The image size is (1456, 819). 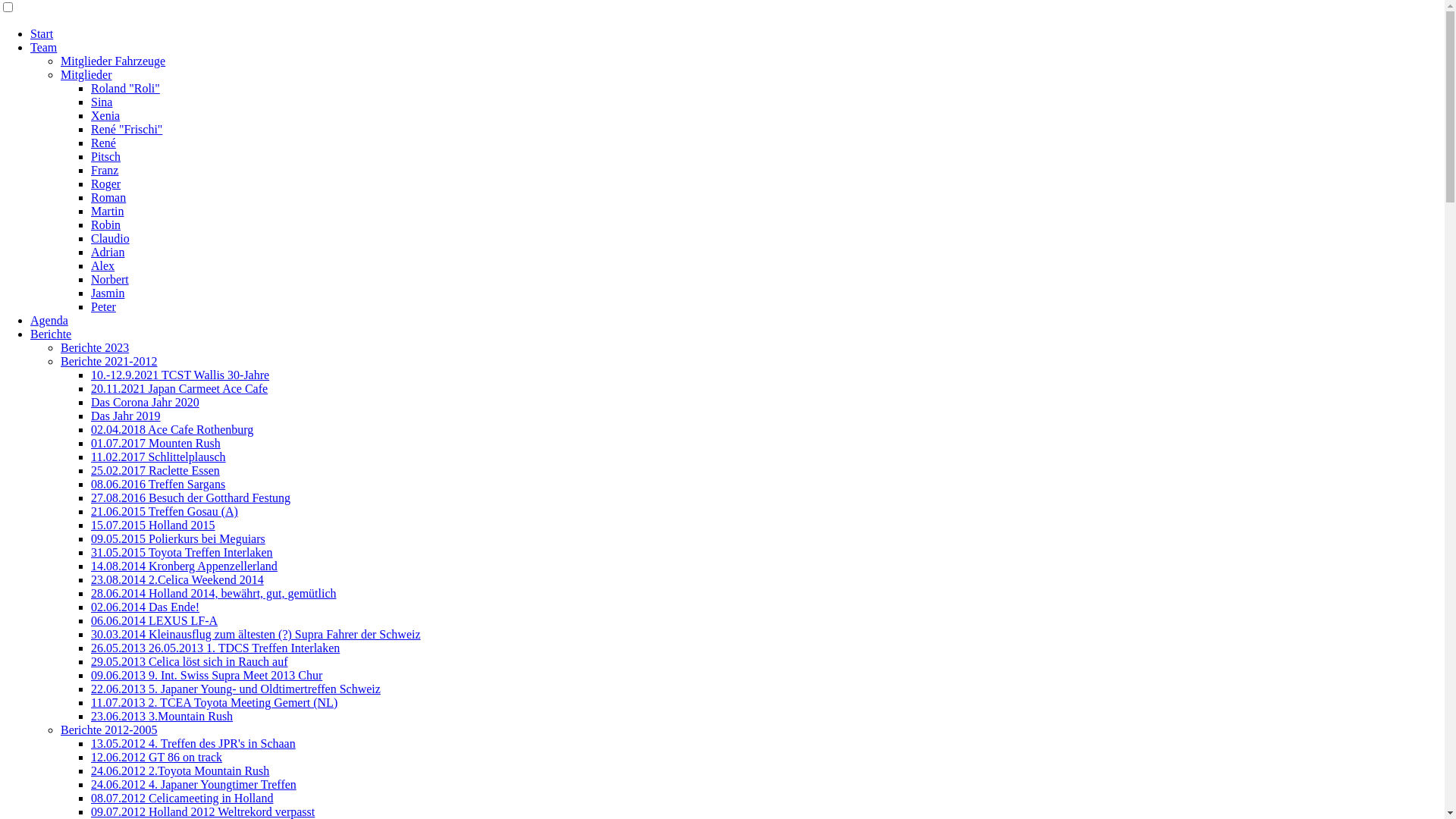 I want to click on '24.06.2012 4. Japaner Youngtimer Treffen', so click(x=193, y=784).